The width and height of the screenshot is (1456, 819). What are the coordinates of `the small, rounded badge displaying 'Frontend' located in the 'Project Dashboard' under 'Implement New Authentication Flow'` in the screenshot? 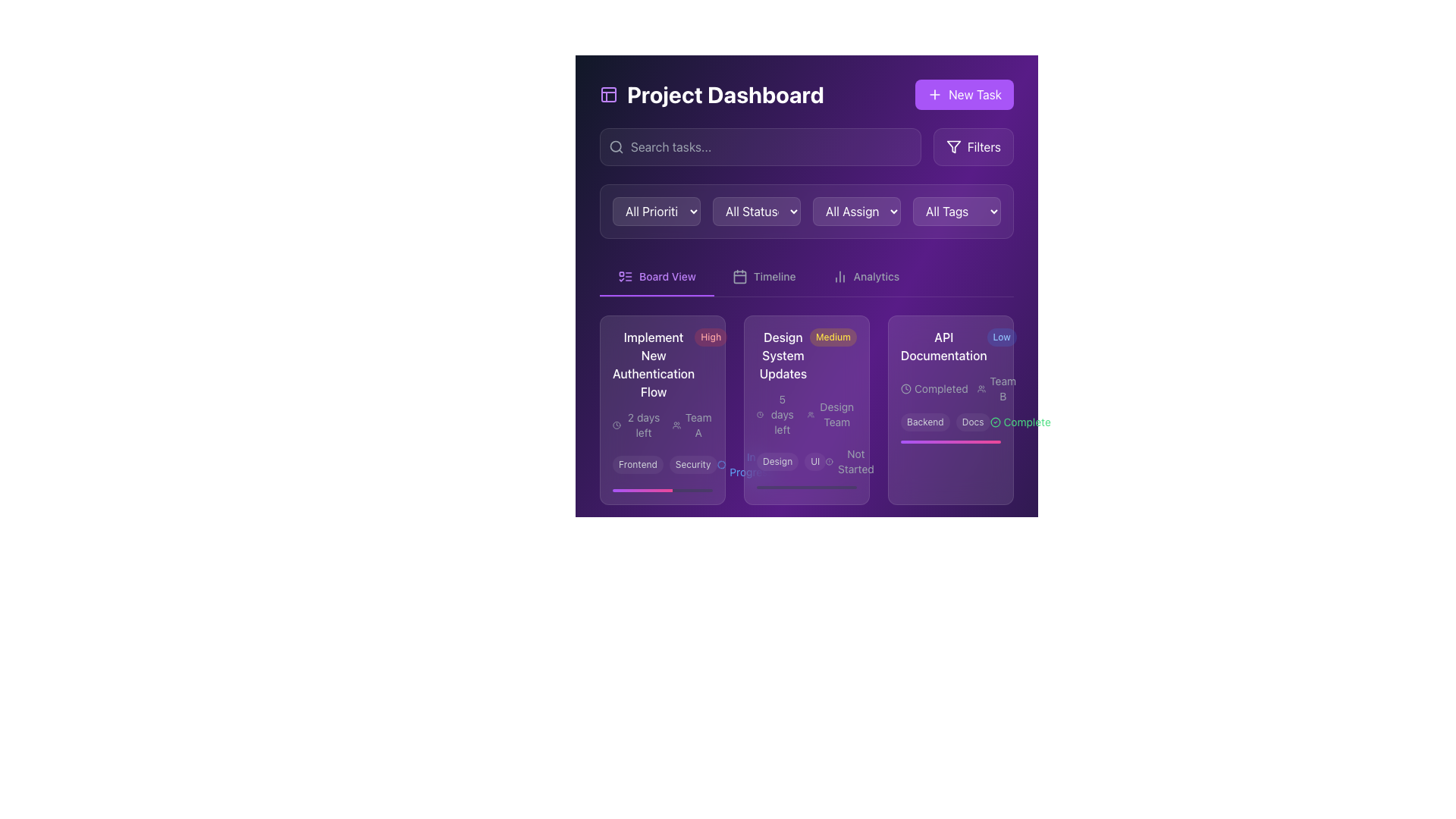 It's located at (638, 464).